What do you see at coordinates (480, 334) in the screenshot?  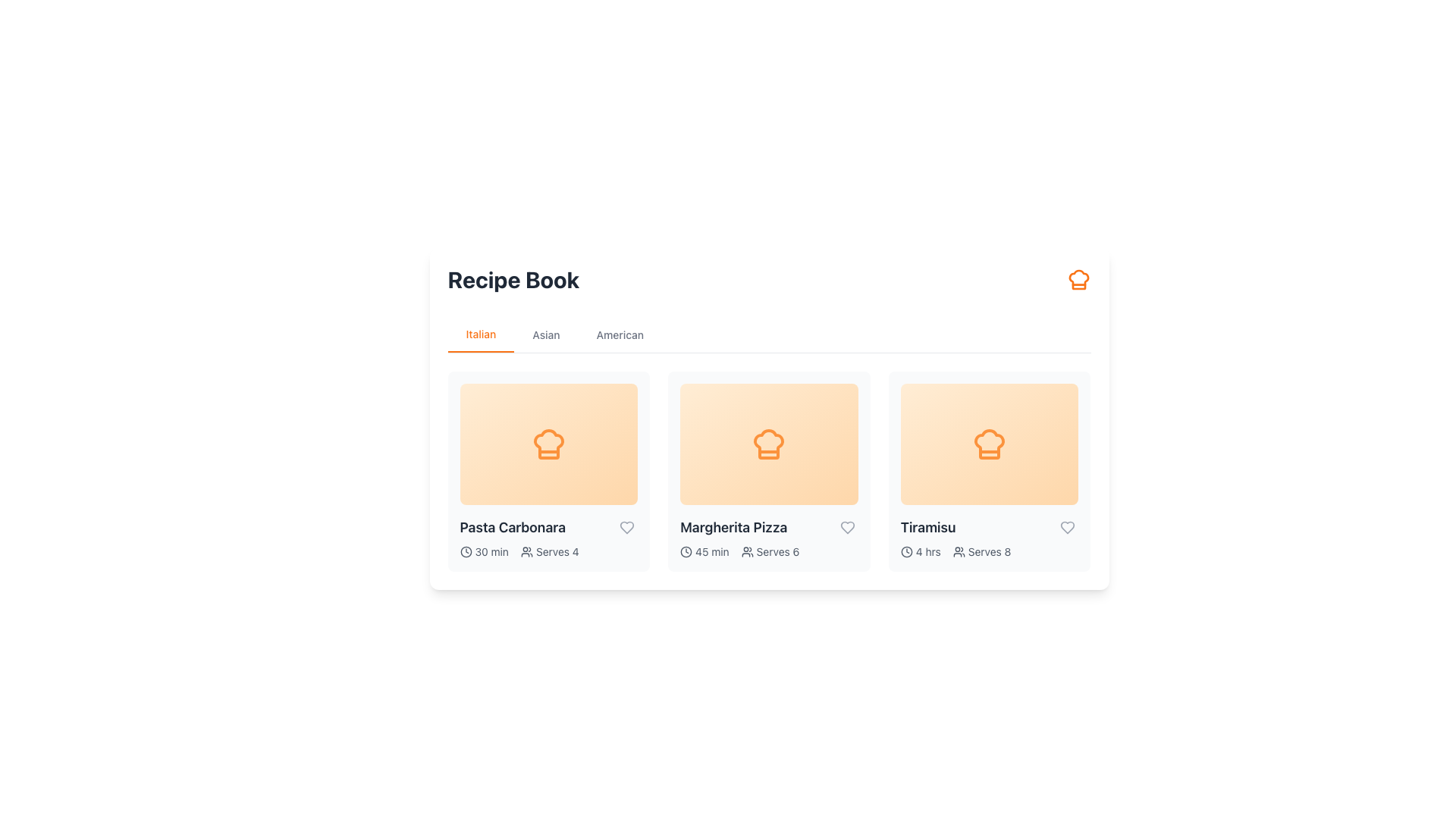 I see `the 'Italian' selectable tab in the culinary category menu` at bounding box center [480, 334].